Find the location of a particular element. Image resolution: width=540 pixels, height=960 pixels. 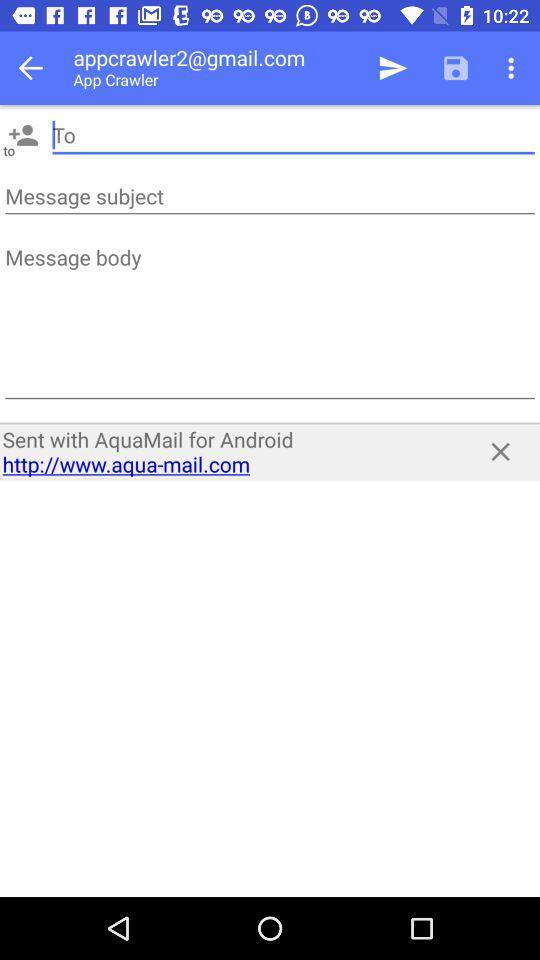

the app next to sent with aquamail item is located at coordinates (499, 451).